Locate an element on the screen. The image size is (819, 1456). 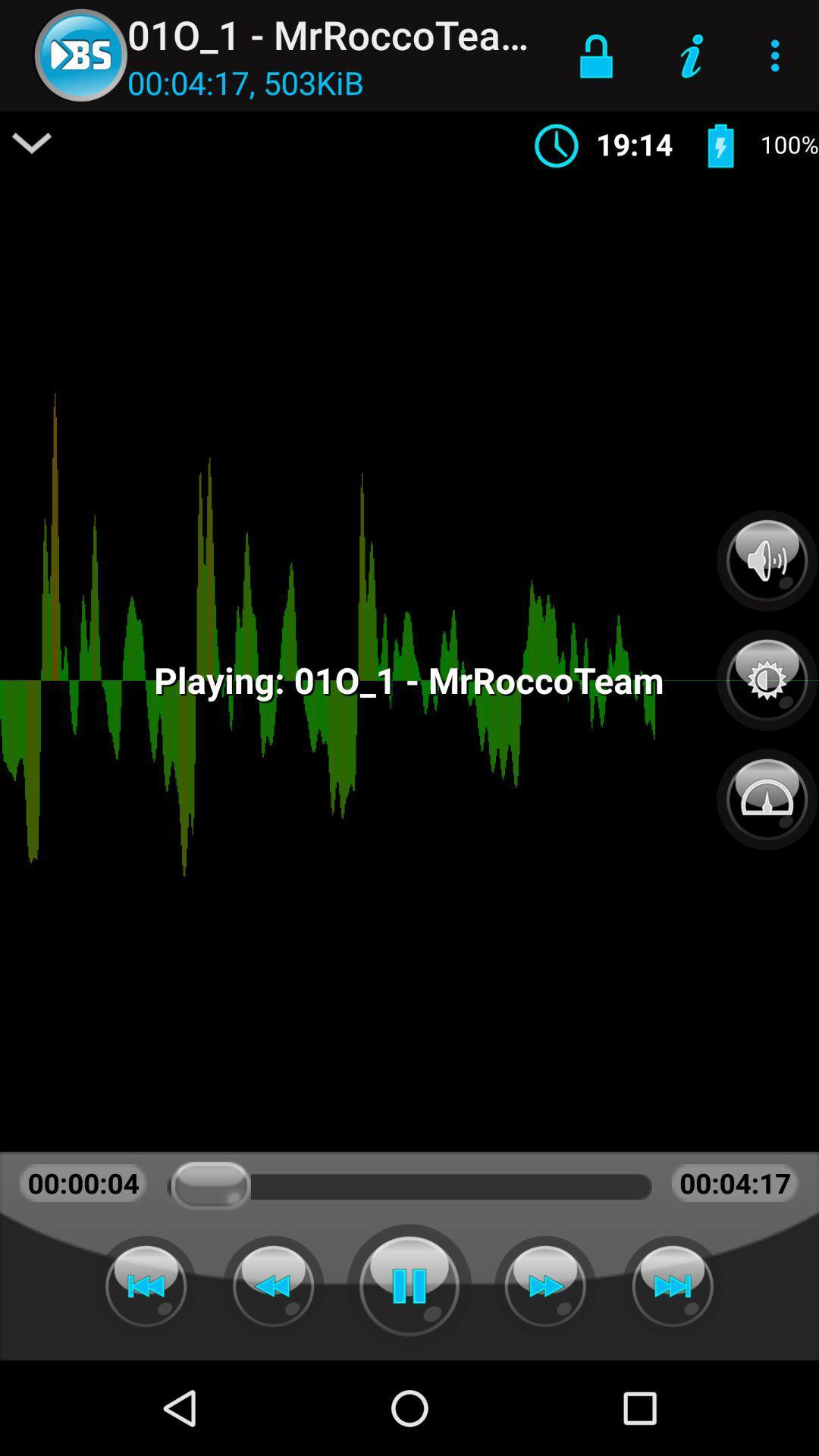
skip to the next item is located at coordinates (672, 1285).